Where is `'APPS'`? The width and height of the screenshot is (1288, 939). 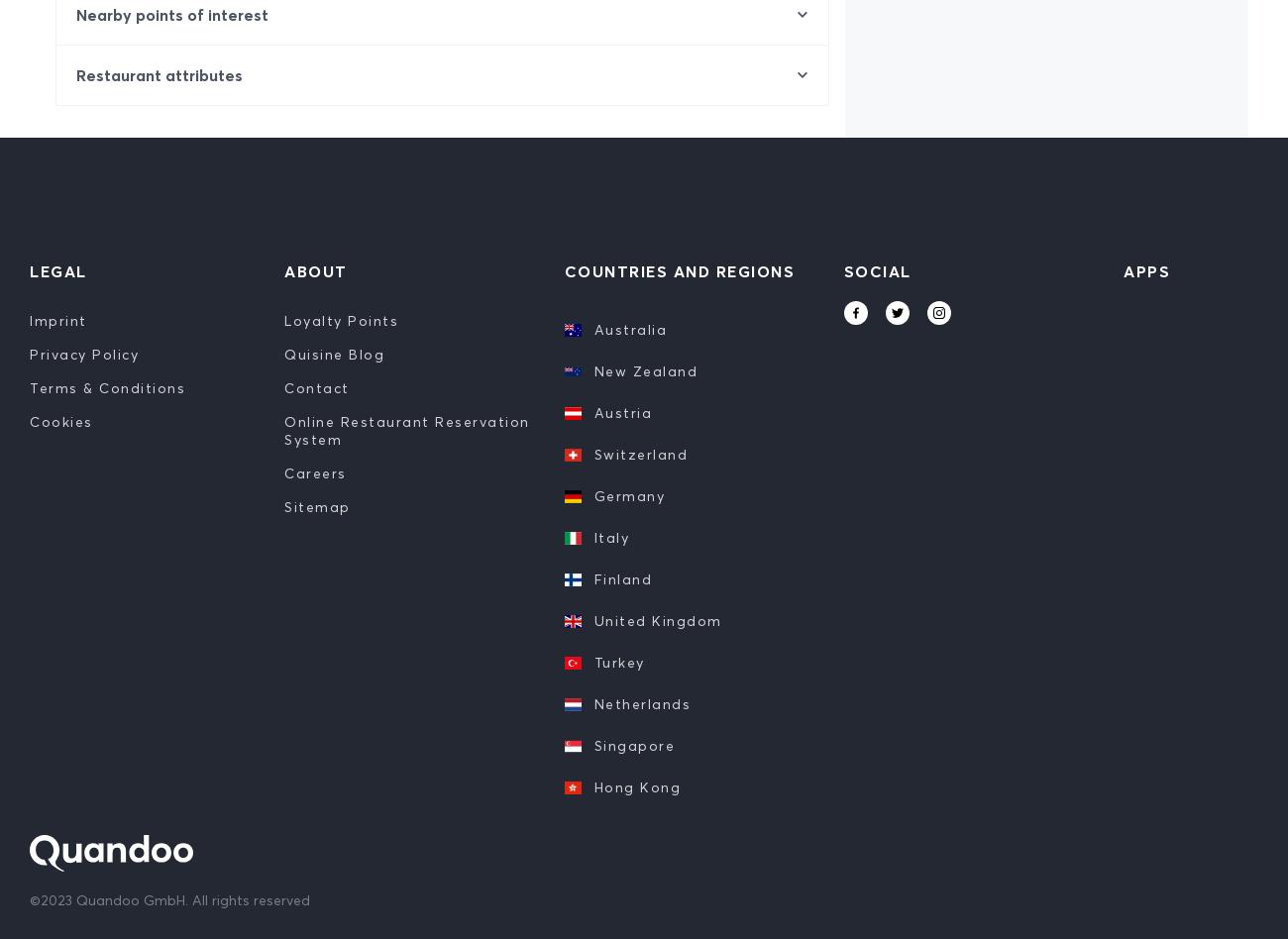
'APPS' is located at coordinates (1146, 270).